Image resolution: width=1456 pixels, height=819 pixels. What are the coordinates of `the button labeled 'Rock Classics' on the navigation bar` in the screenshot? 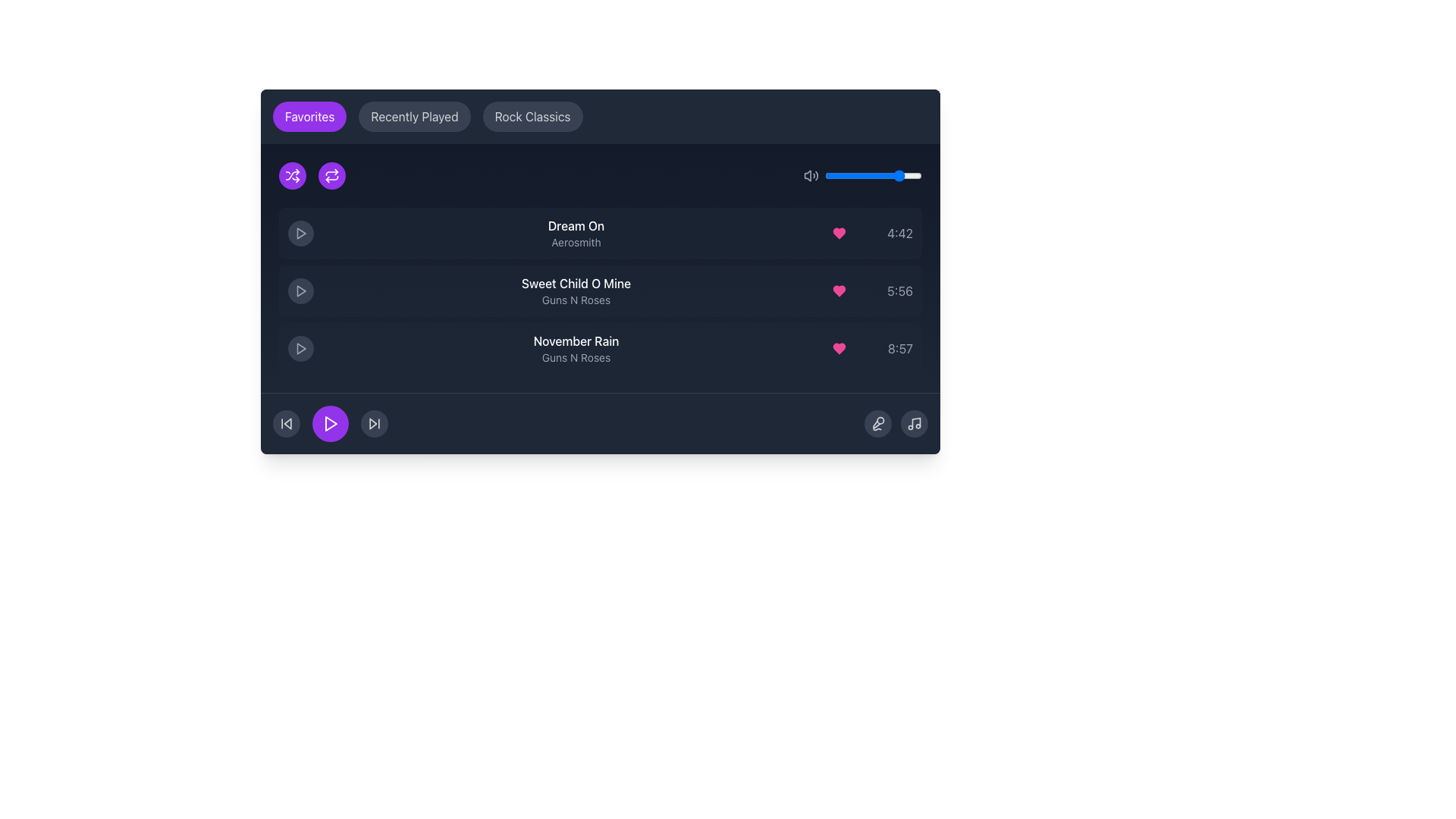 It's located at (600, 116).